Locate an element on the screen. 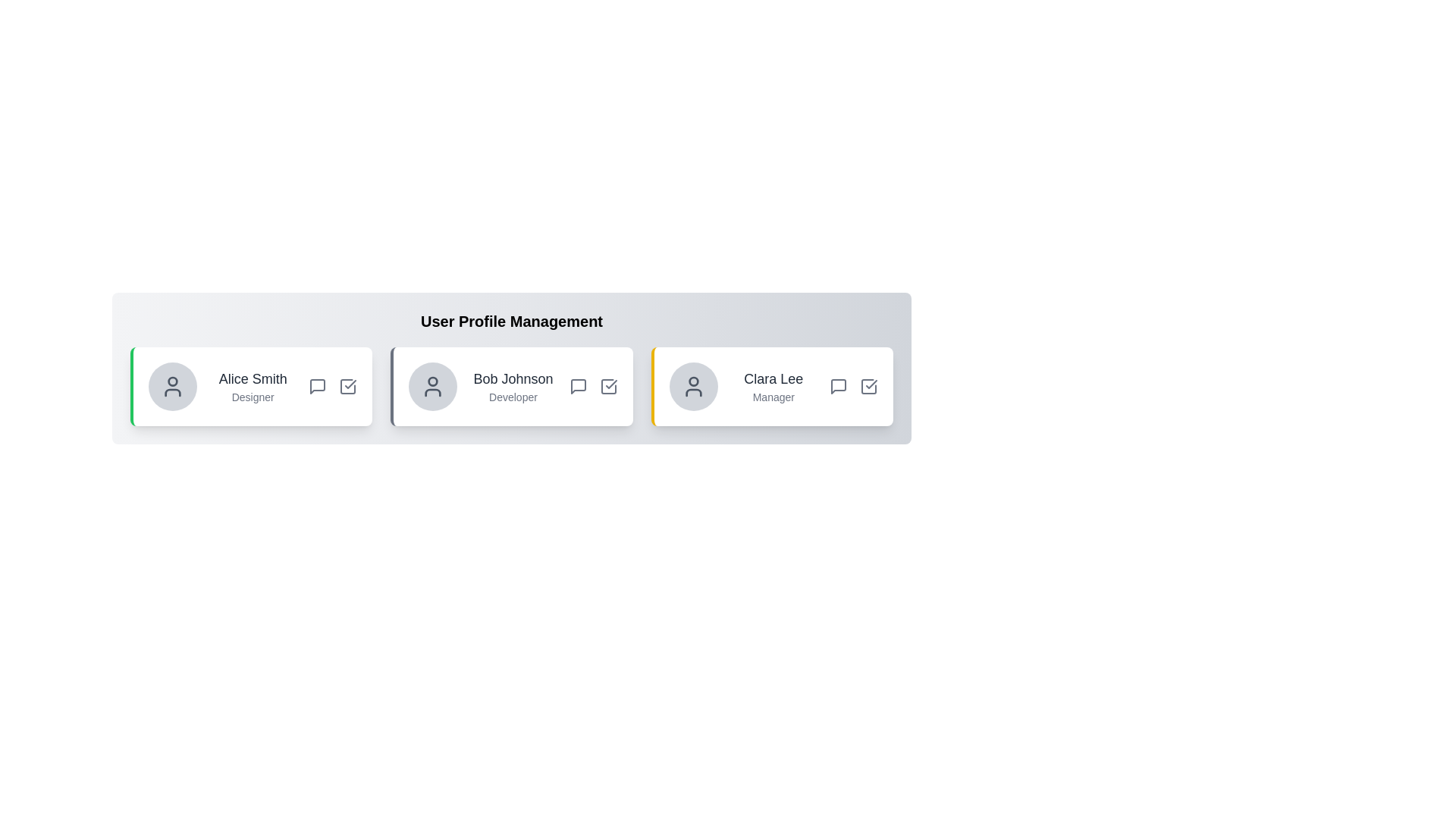  the avatar icon representing 'Alice Smith' at the beginning of the profile card, which features a circular user silhouette on a light gray background is located at coordinates (172, 385).